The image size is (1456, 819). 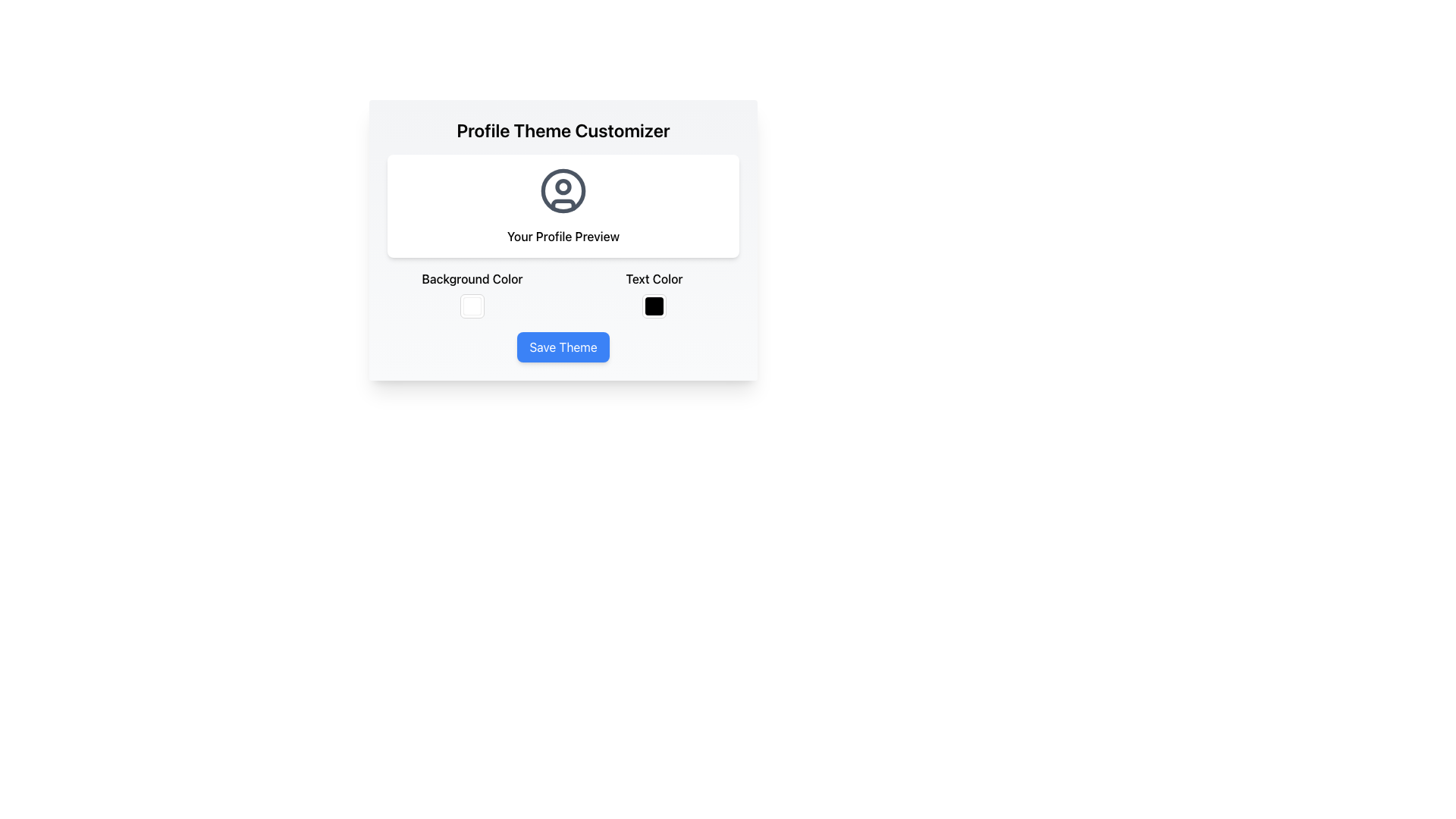 I want to click on the color picker trigger element located below the 'Profile Theme Customizer' section, to the right of the 'Text Color' label, so click(x=654, y=306).